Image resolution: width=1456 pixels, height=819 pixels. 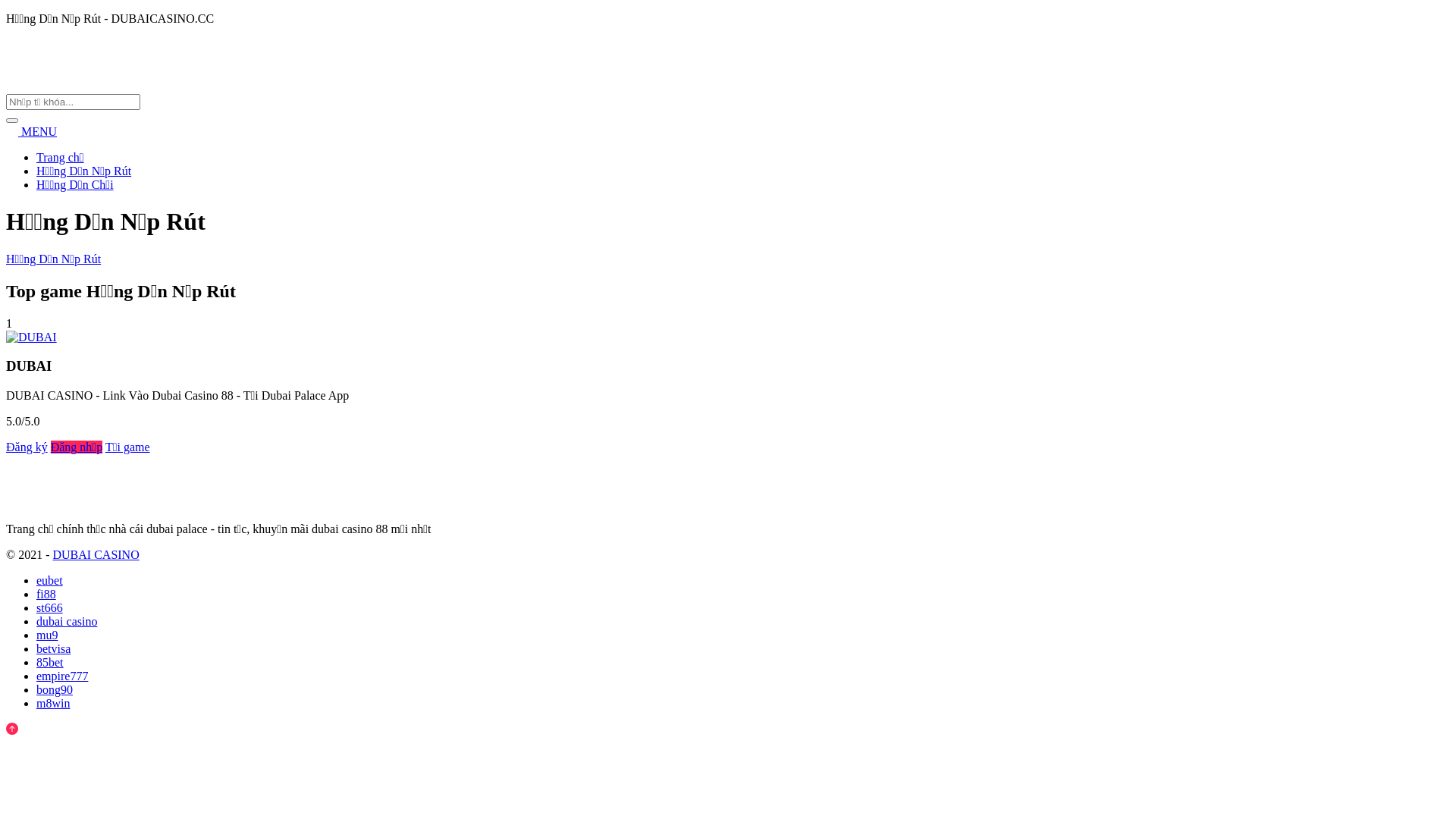 I want to click on 'dubai casino', so click(x=65, y=621).